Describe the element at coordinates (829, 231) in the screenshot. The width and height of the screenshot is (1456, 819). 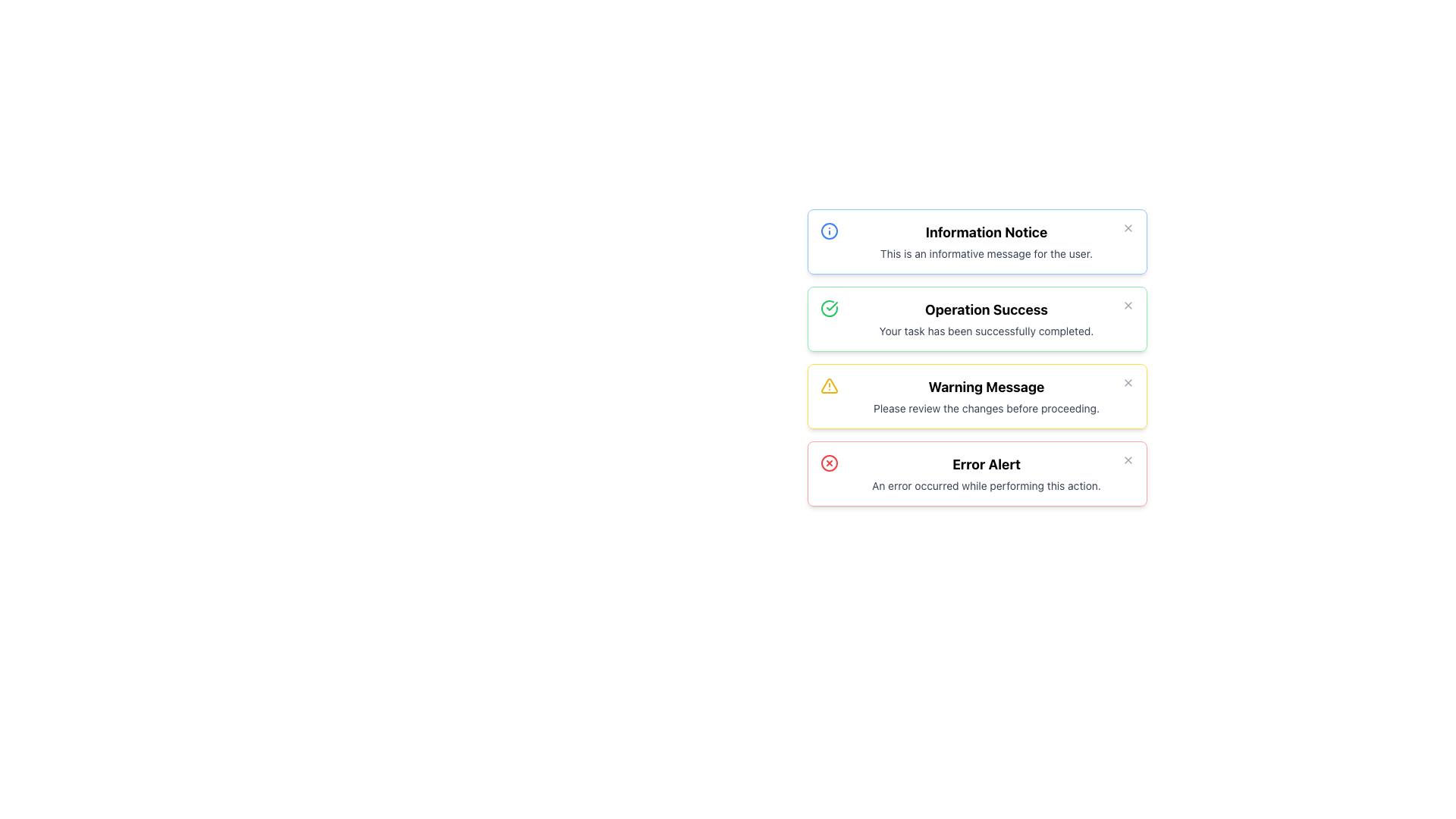
I see `the informational icon located at the top-left corner of the 'Information Notice' message box` at that location.